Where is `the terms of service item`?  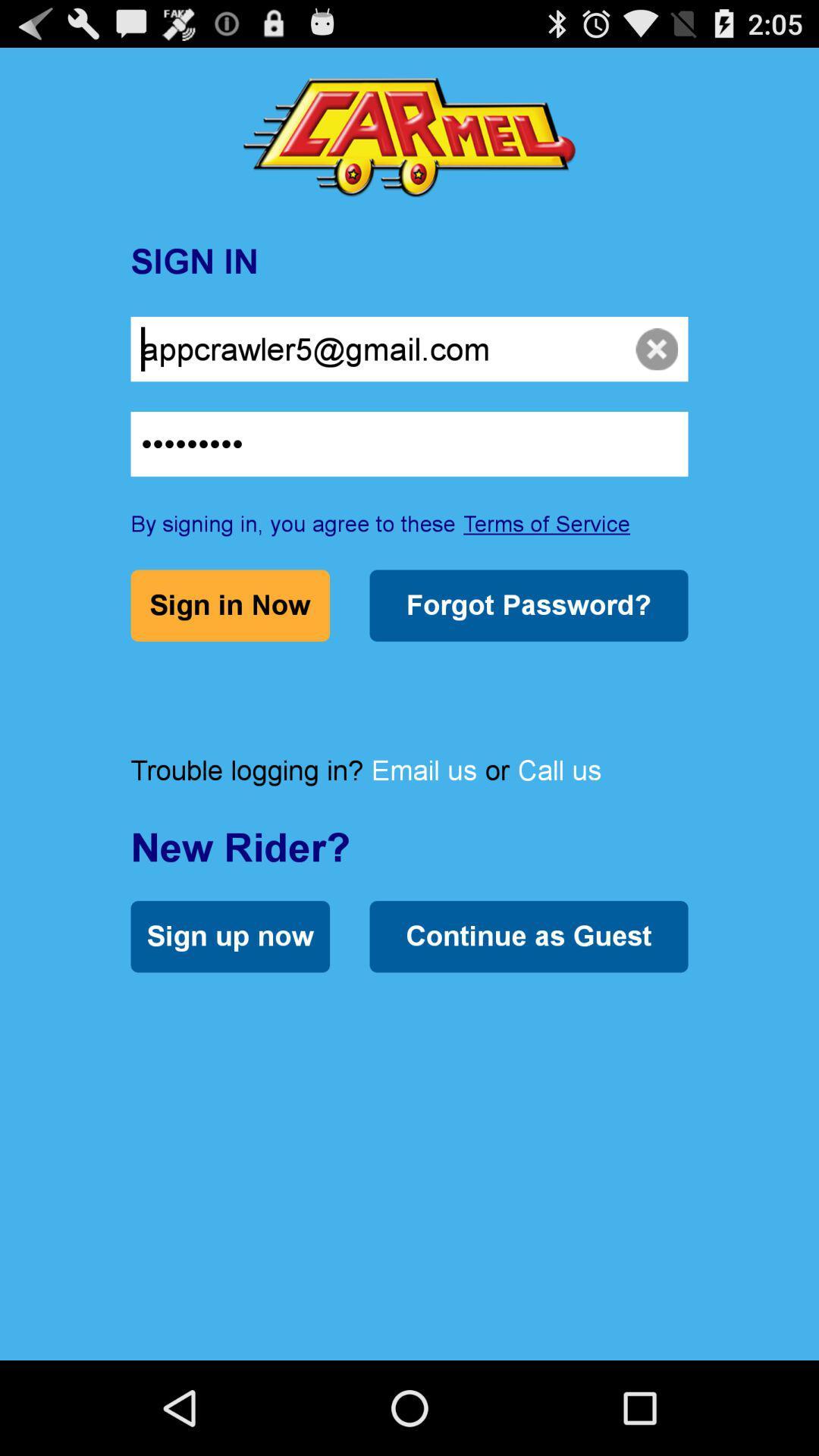
the terms of service item is located at coordinates (547, 523).